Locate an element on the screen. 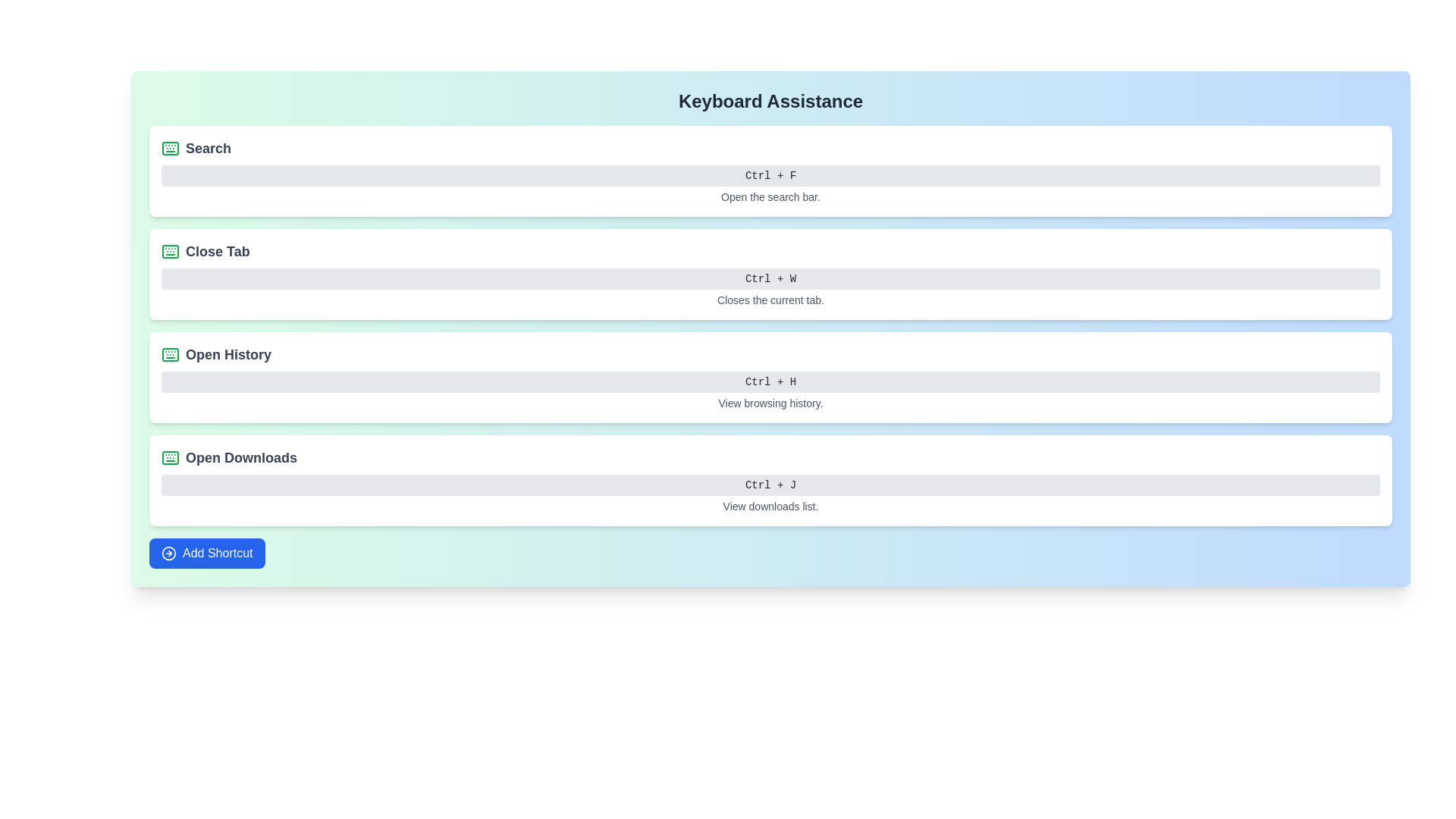  the keyboard icon with a green border that represents the 'Open History' keyboard shortcut, positioned at the leftmost part of the row is located at coordinates (171, 354).